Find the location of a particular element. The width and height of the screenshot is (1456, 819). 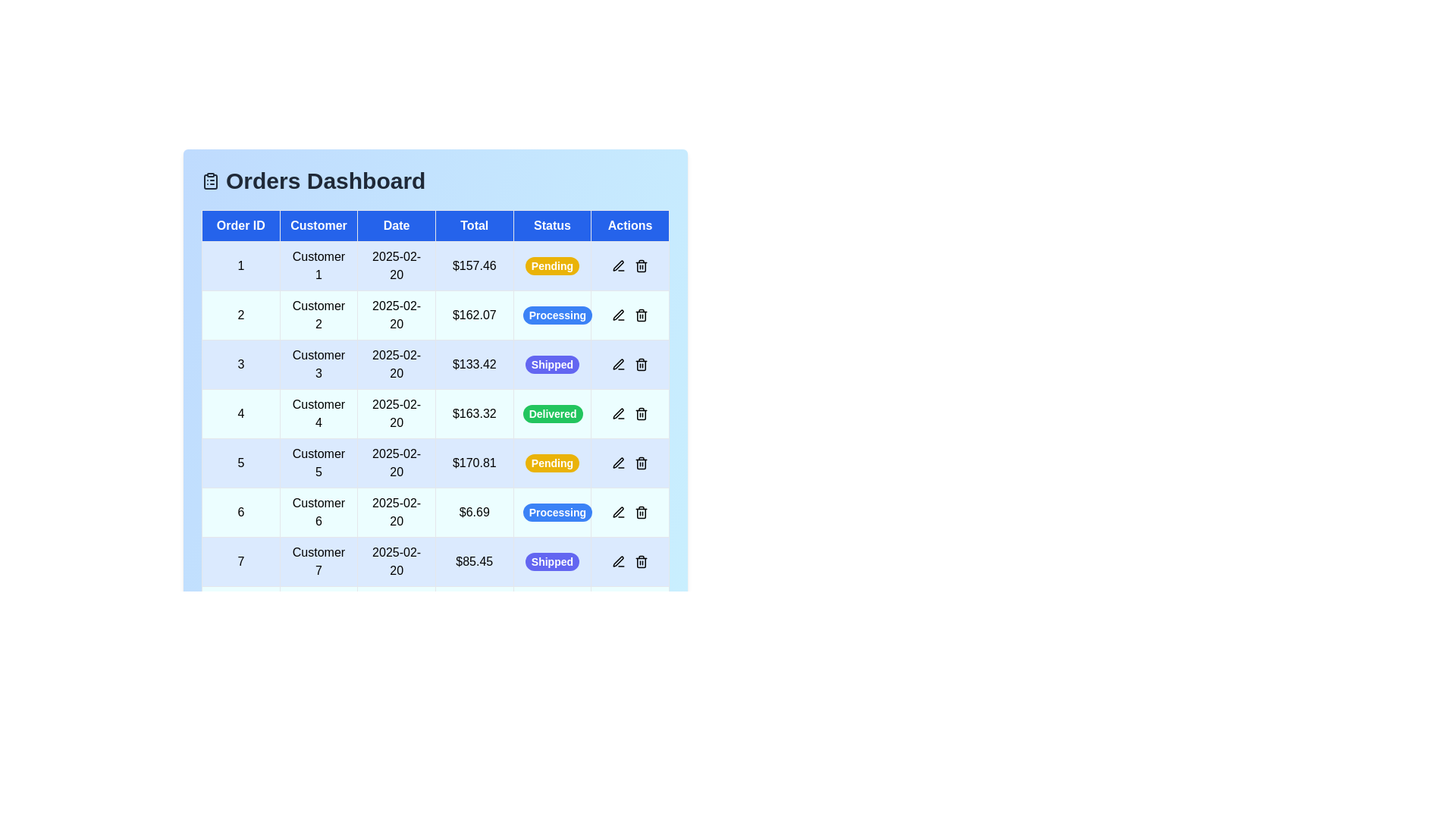

the edit icon in the 'Actions' column for the order with ID 2 is located at coordinates (619, 315).